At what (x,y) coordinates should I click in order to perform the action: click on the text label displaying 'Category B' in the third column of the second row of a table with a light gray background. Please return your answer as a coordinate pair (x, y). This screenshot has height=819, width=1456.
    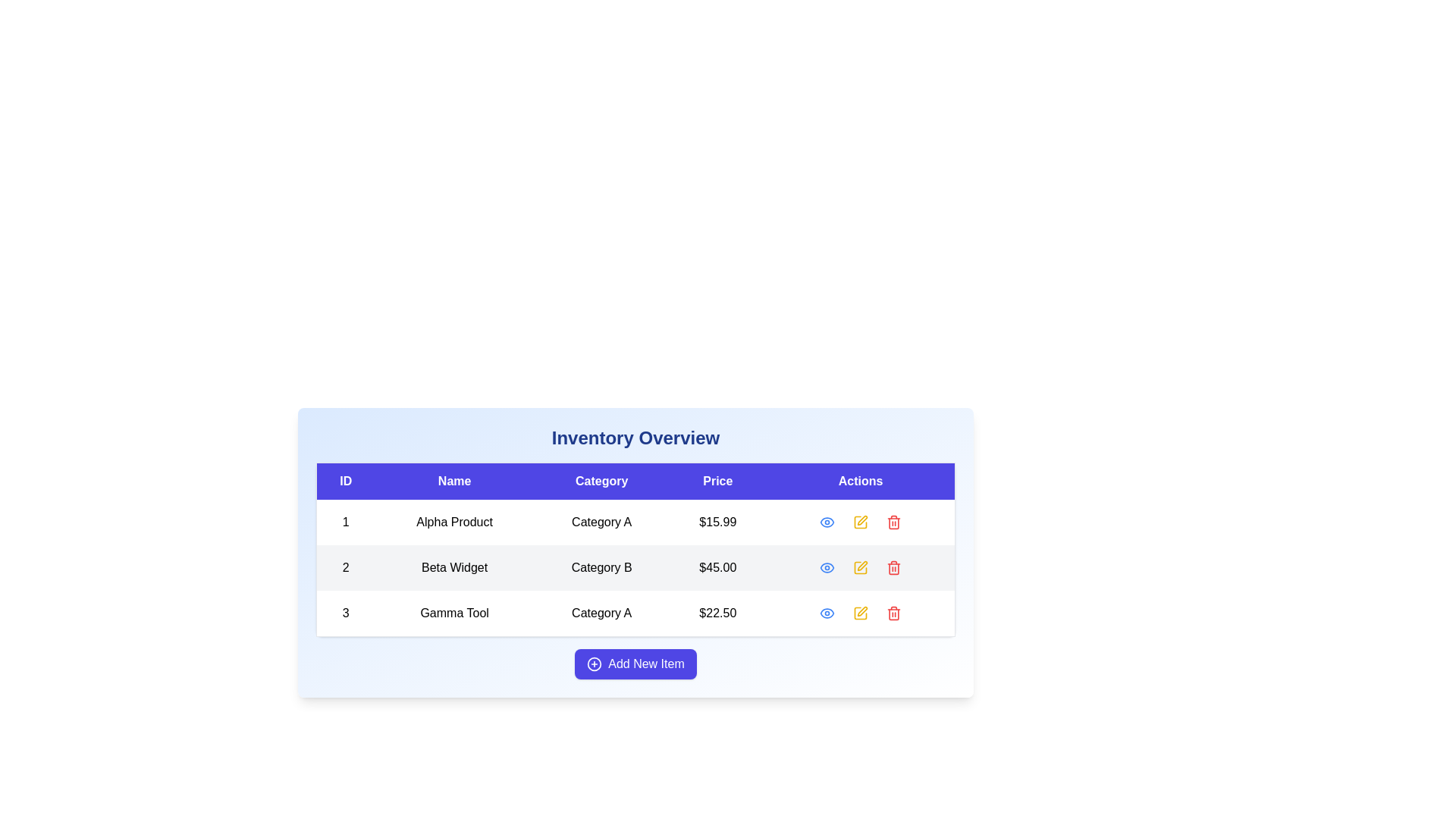
    Looking at the image, I should click on (601, 567).